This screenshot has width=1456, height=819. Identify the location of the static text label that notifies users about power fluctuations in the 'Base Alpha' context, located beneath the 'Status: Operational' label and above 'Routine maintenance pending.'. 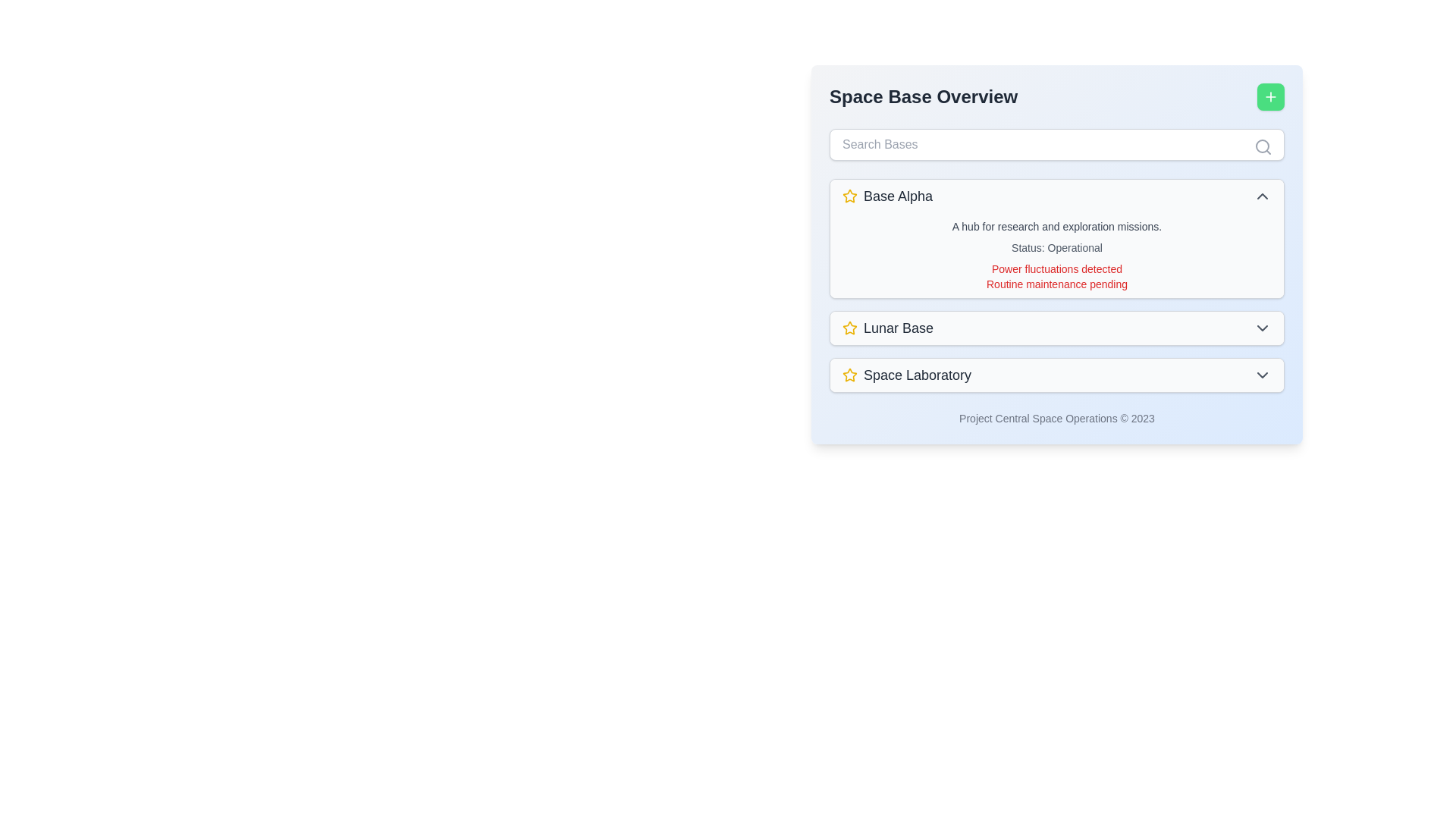
(1056, 268).